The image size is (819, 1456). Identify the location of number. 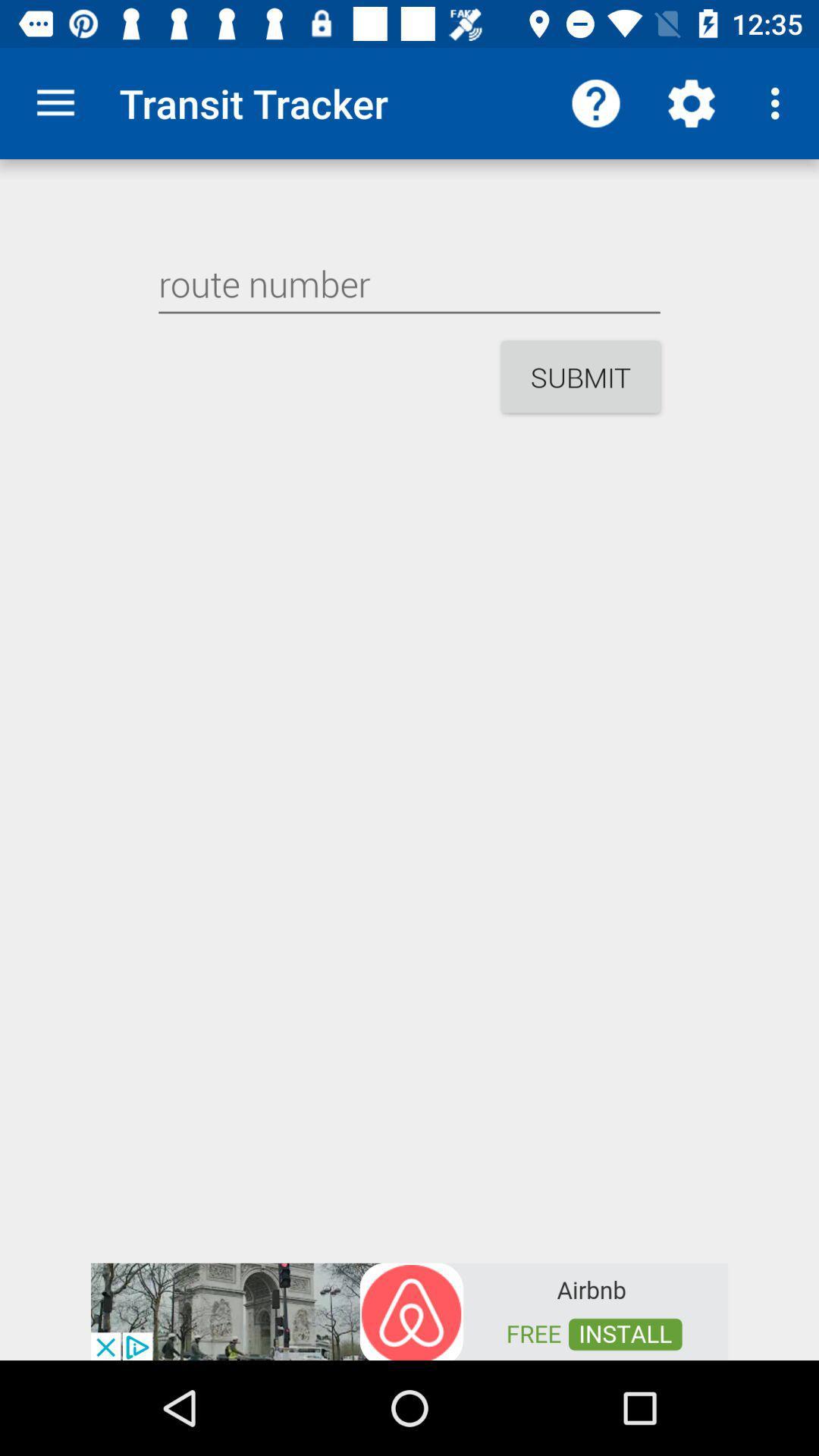
(409, 284).